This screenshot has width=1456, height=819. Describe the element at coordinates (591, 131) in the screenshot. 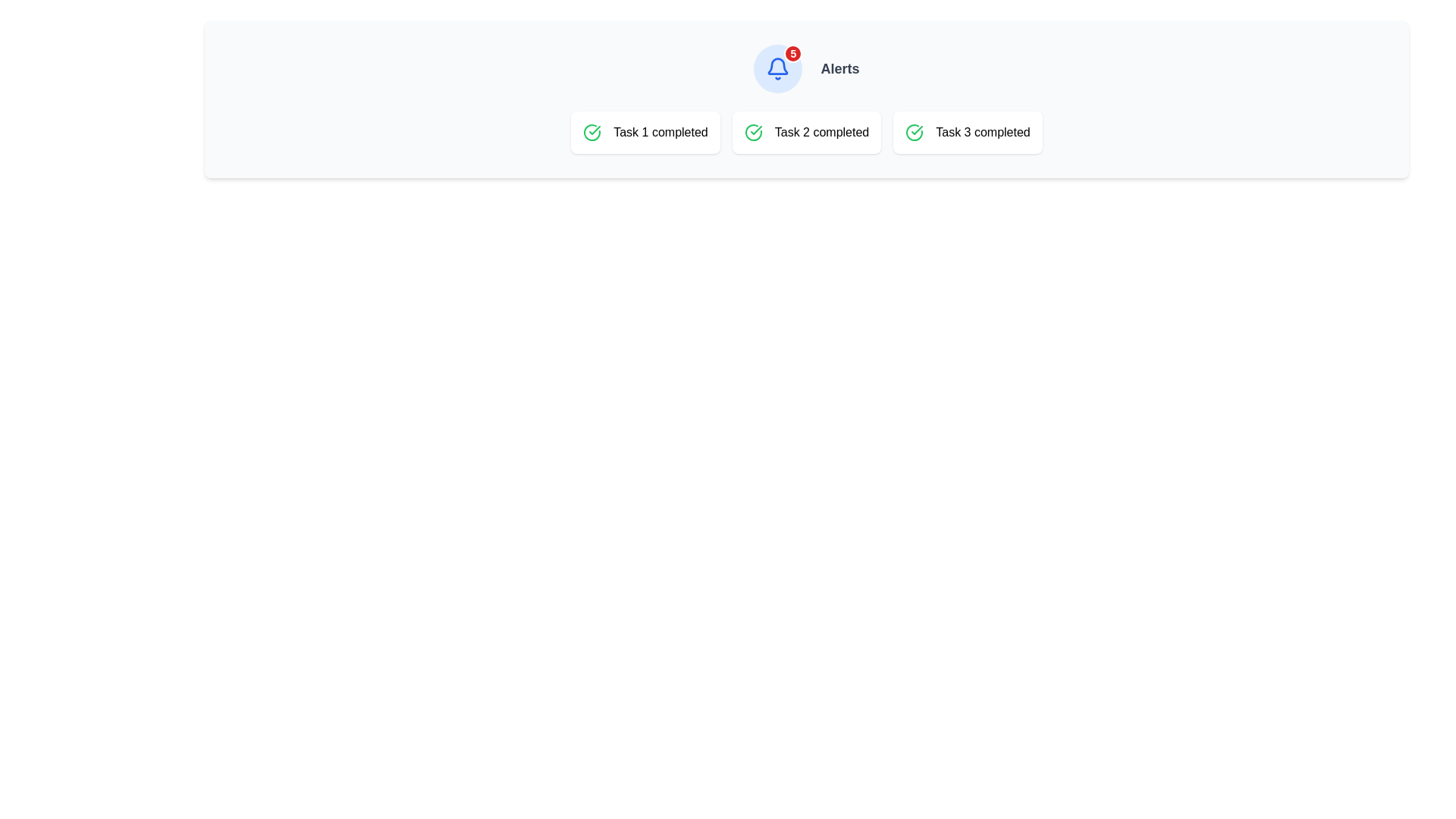

I see `the green circular checkmark icon located to the left of the text 'Task 1 completed'` at that location.